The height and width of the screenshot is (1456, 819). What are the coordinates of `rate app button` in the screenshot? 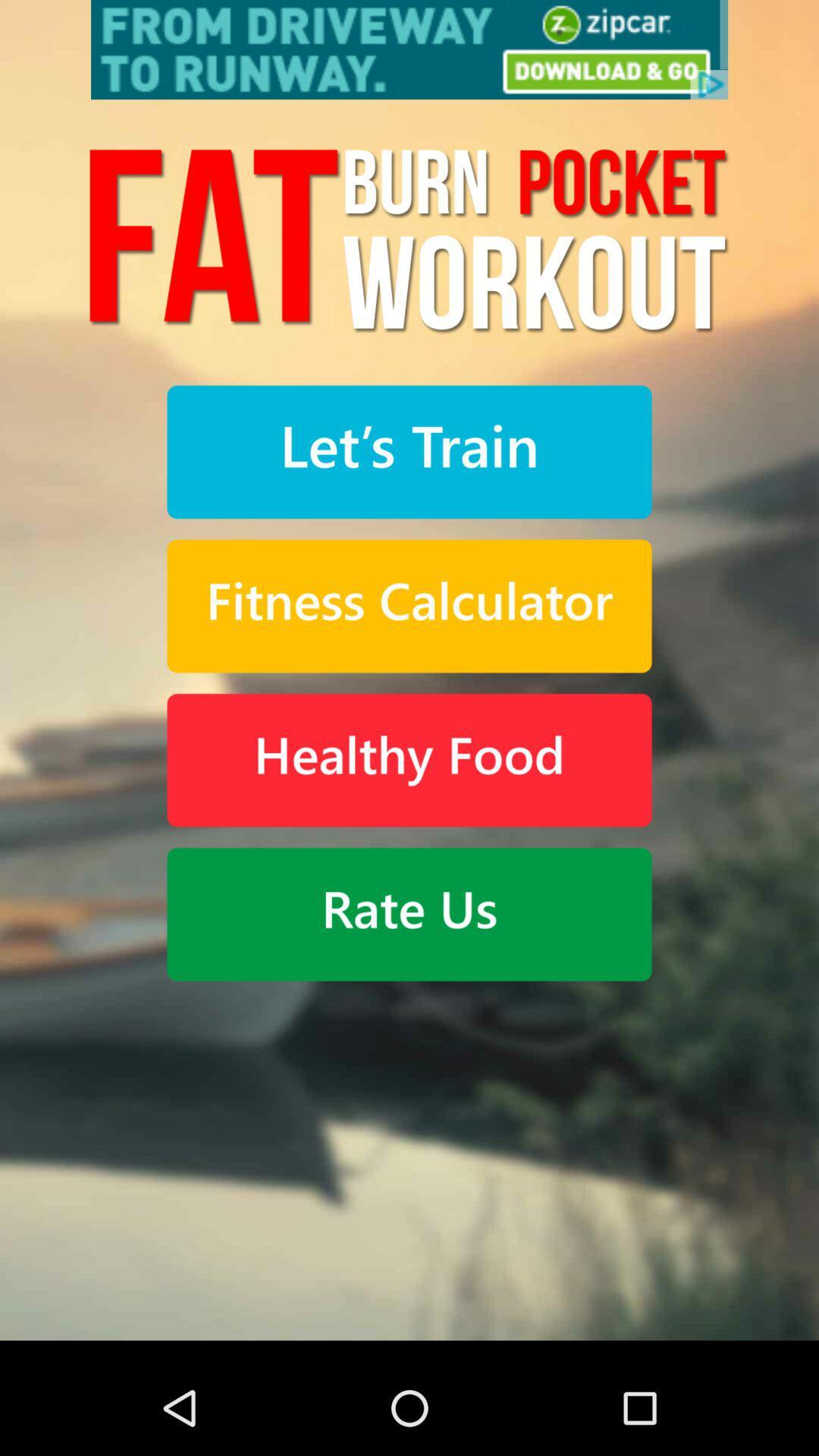 It's located at (409, 913).